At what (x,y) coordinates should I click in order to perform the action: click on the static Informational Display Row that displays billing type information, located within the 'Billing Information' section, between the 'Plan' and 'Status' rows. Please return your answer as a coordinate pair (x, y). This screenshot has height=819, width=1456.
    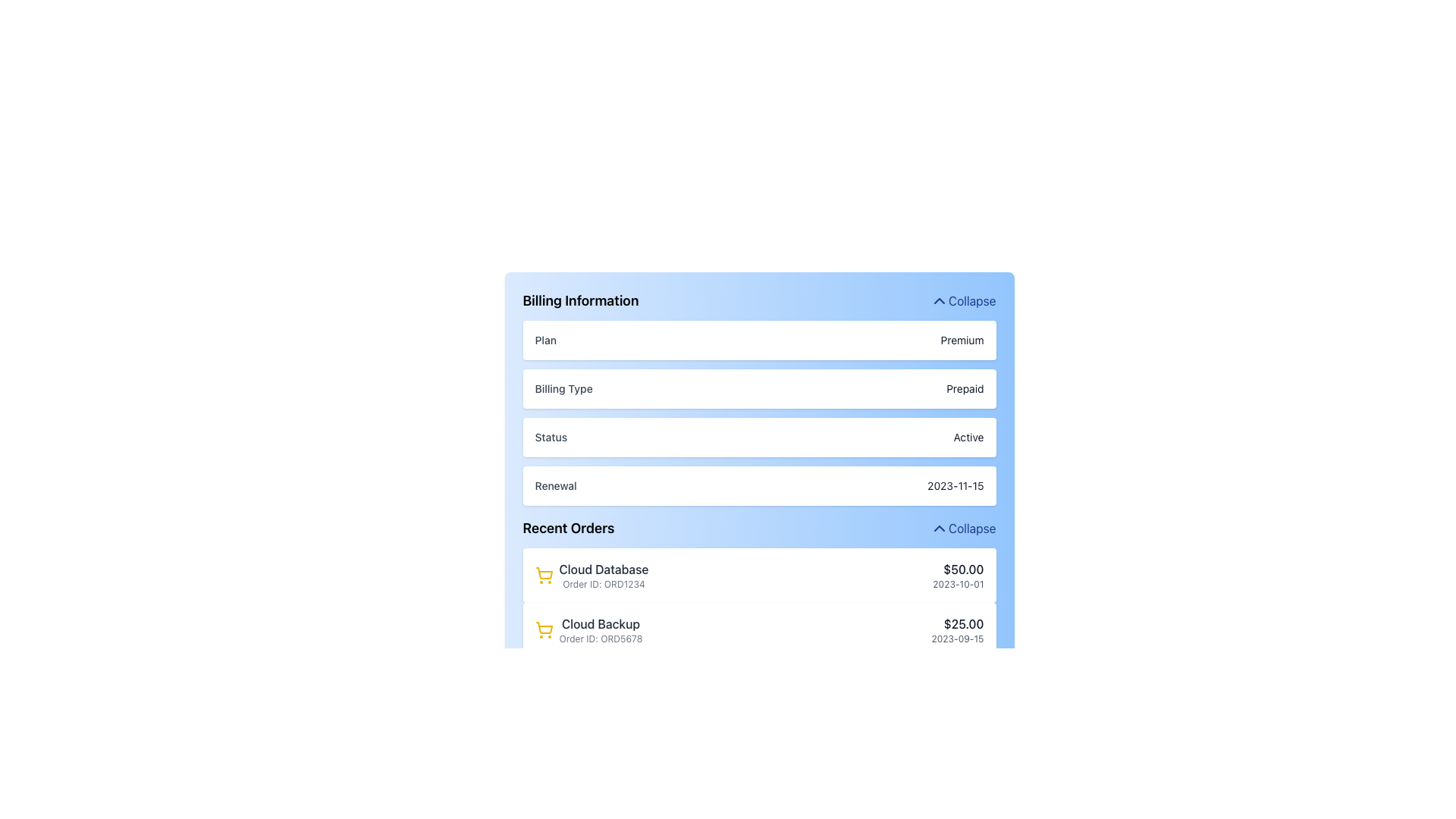
    Looking at the image, I should click on (759, 388).